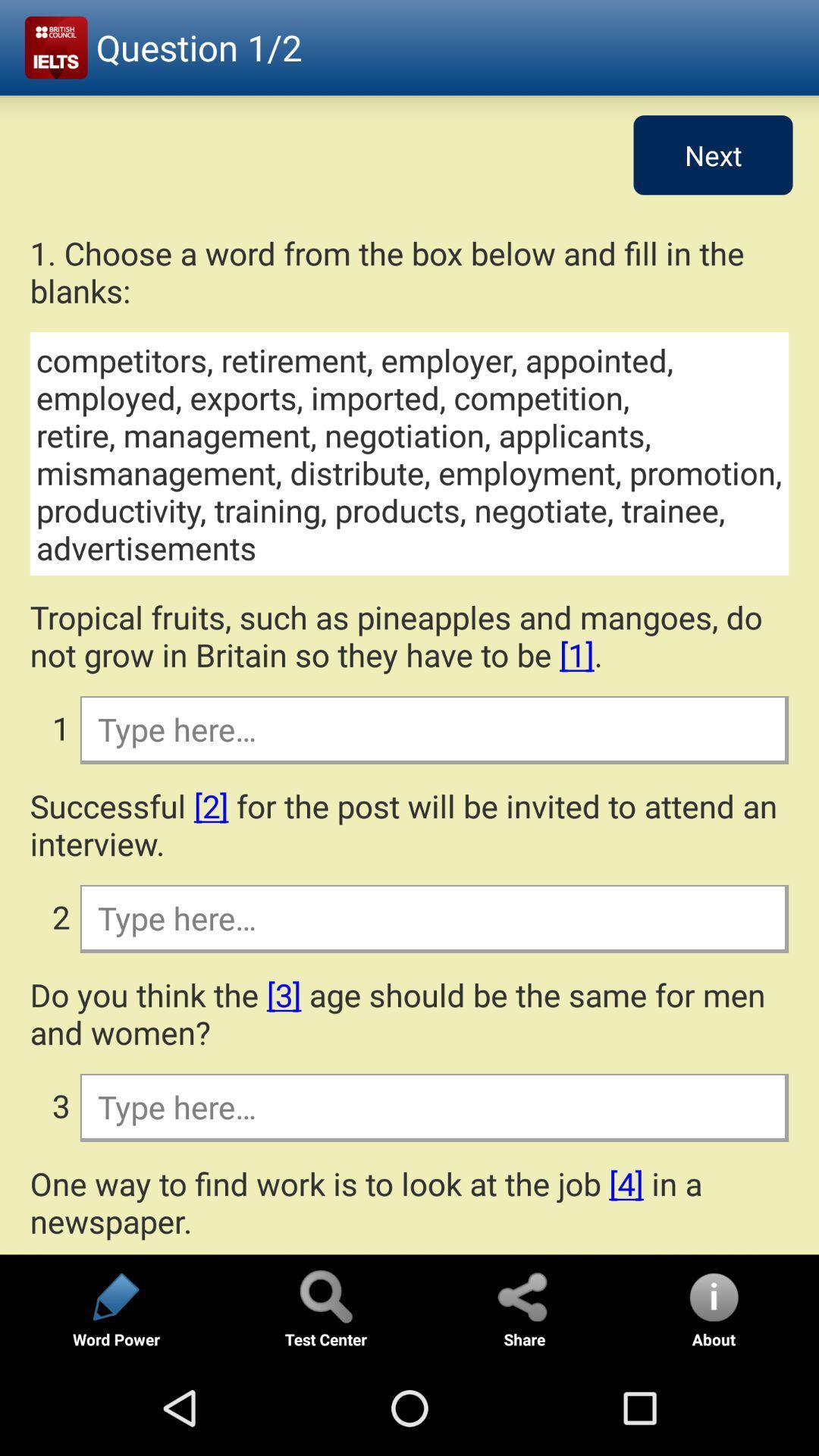  What do you see at coordinates (433, 729) in the screenshot?
I see `blank column` at bounding box center [433, 729].